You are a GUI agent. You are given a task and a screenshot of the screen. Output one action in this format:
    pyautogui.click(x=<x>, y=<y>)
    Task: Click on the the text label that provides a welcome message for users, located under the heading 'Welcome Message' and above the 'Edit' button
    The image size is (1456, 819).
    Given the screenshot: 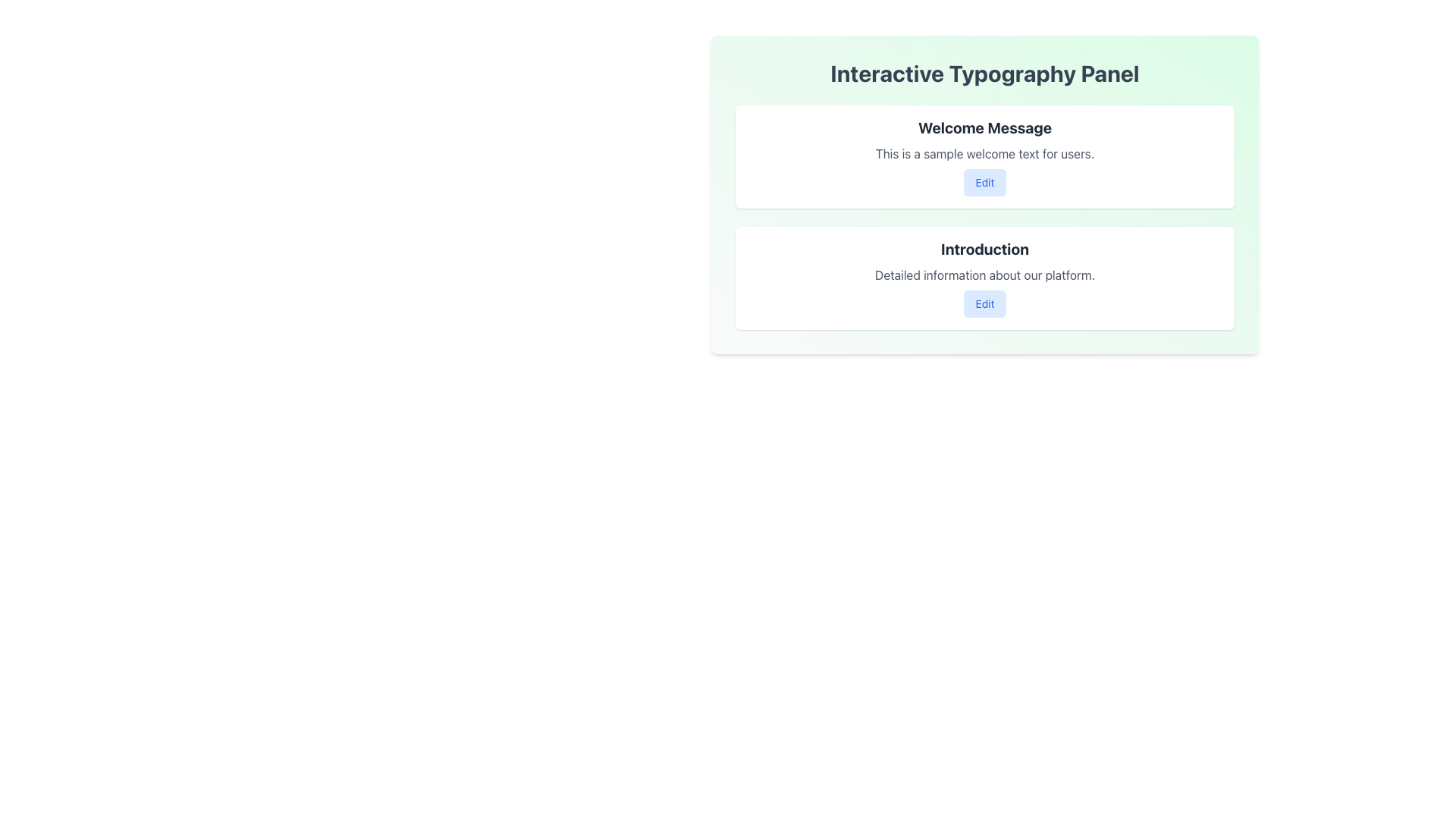 What is the action you would take?
    pyautogui.click(x=985, y=154)
    